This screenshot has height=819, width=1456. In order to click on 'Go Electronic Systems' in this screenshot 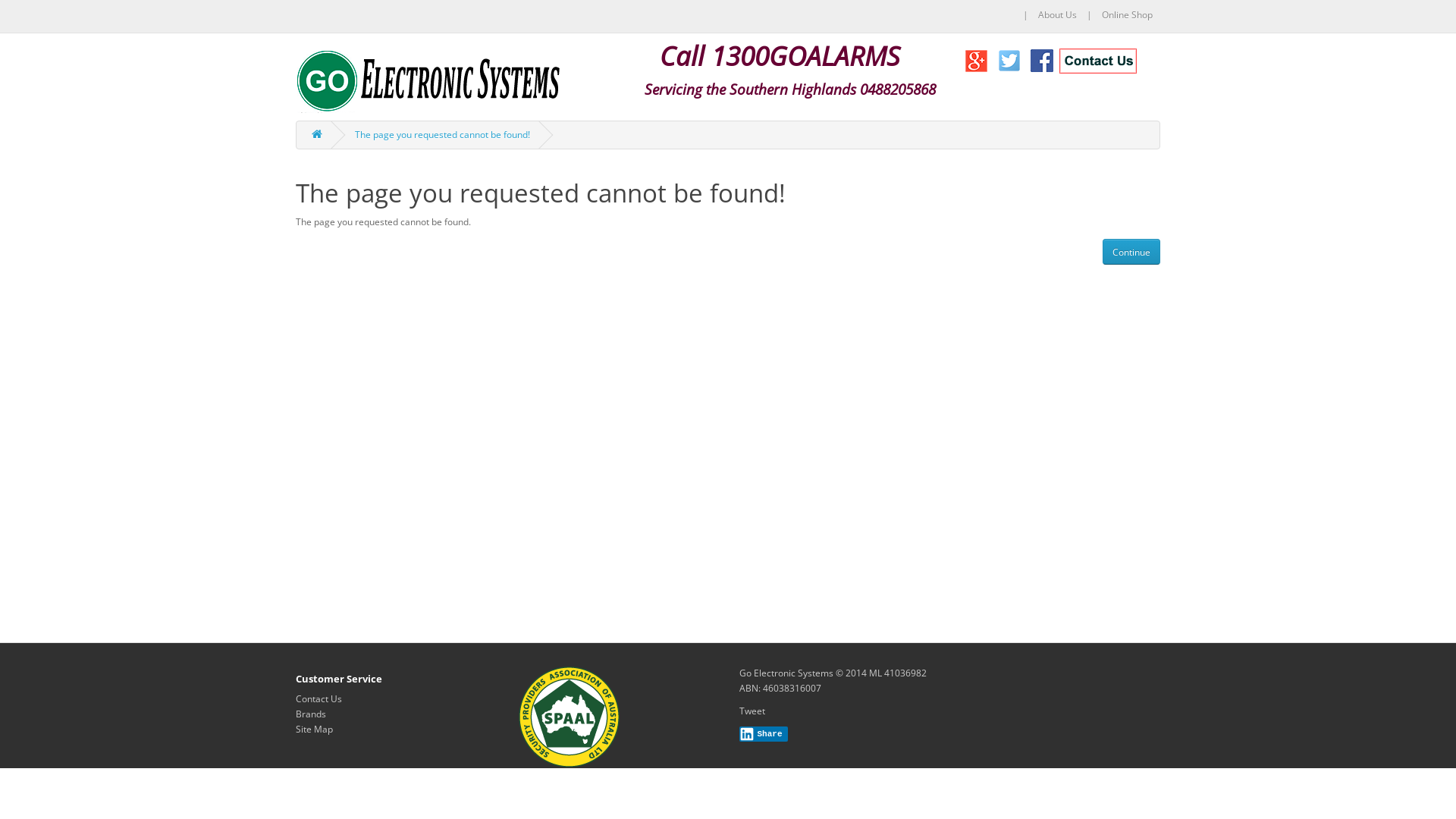, I will do `click(428, 80)`.